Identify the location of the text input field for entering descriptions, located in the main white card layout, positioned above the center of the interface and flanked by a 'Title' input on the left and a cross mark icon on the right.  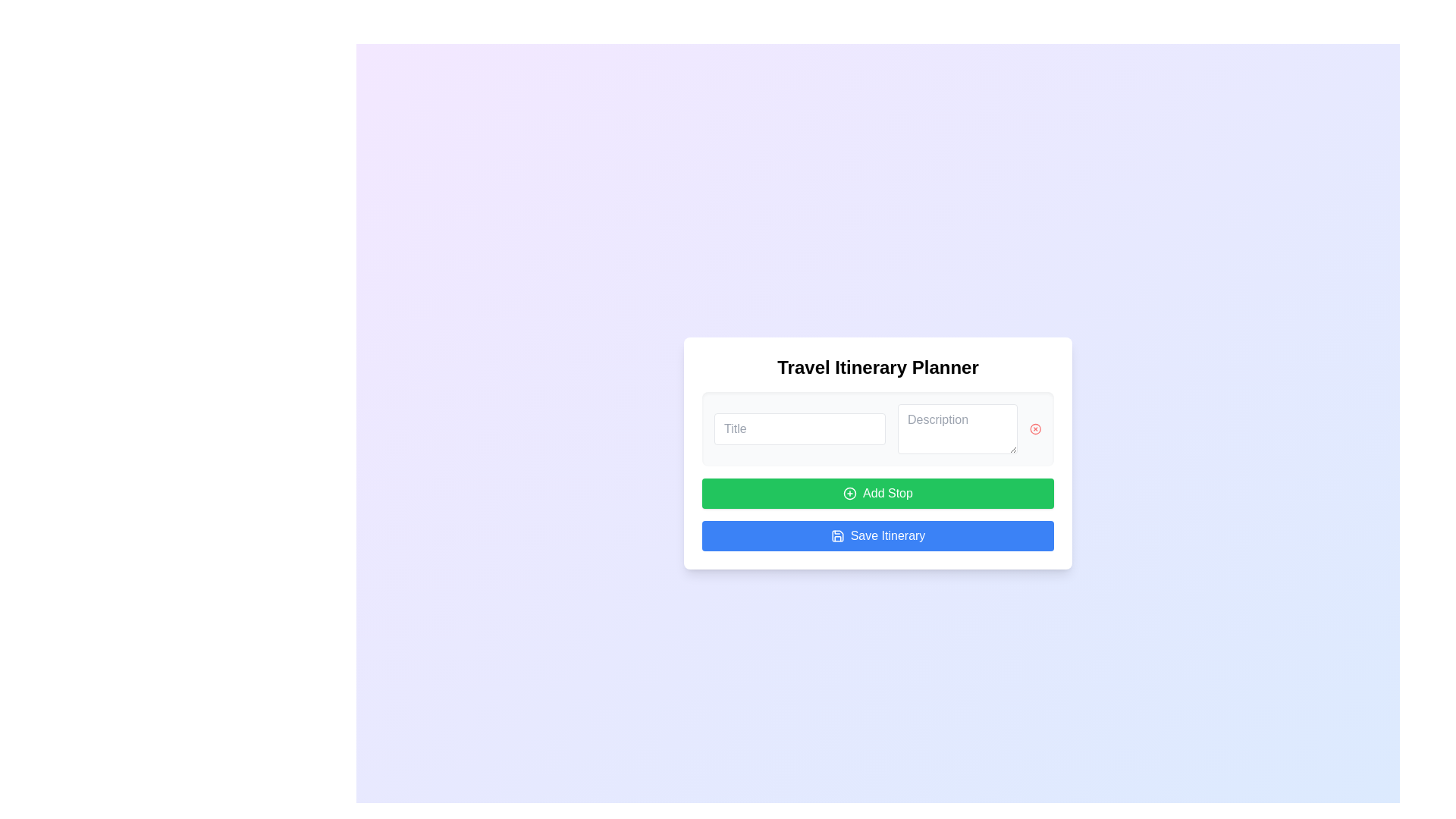
(957, 429).